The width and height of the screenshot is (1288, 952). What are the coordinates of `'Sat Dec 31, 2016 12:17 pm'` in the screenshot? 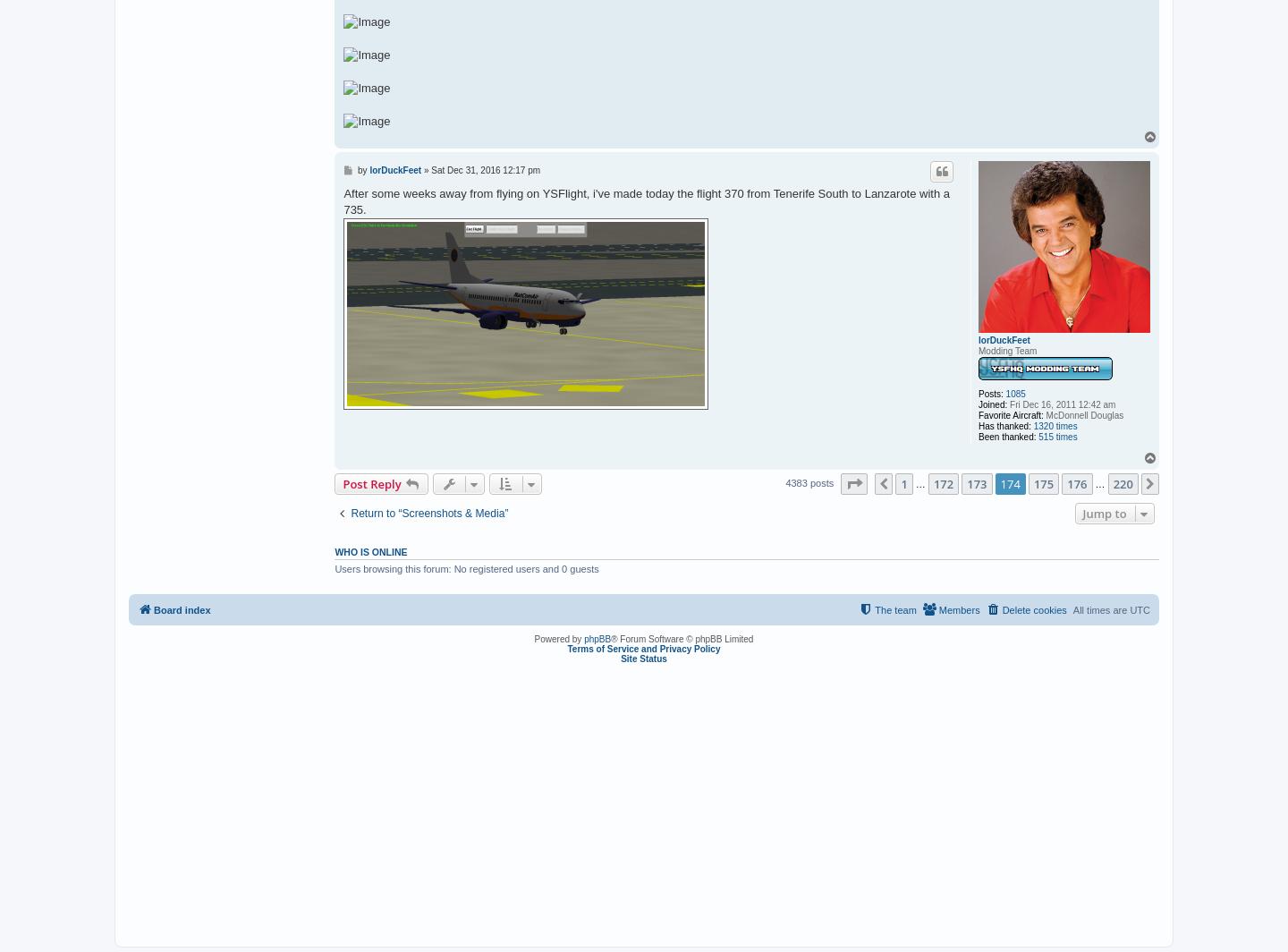 It's located at (486, 169).